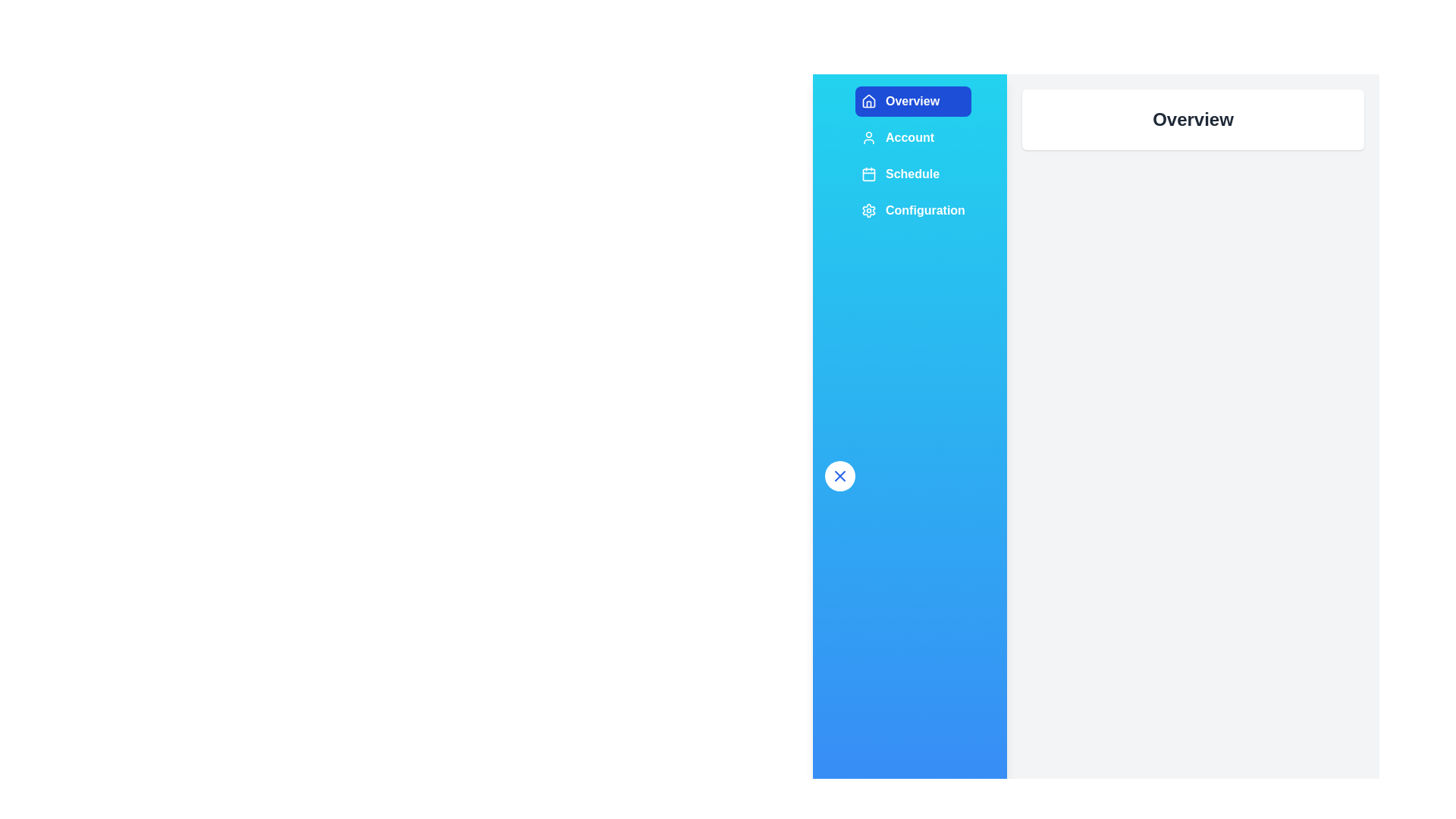 This screenshot has height=819, width=1456. Describe the element at coordinates (912, 174) in the screenshot. I see `the sidebar section labeled Schedule` at that location.